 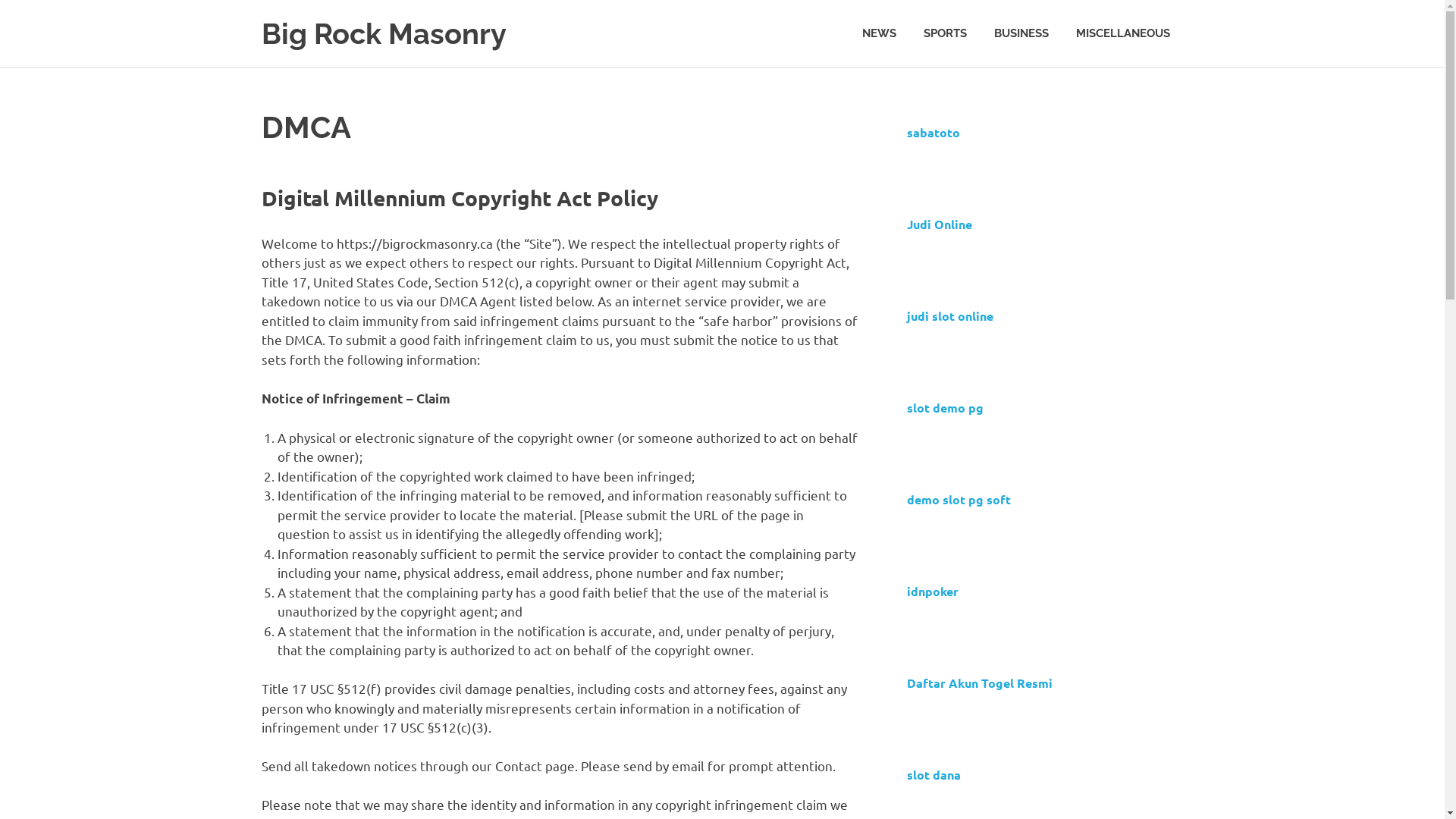 I want to click on 'NEWS', so click(x=878, y=33).